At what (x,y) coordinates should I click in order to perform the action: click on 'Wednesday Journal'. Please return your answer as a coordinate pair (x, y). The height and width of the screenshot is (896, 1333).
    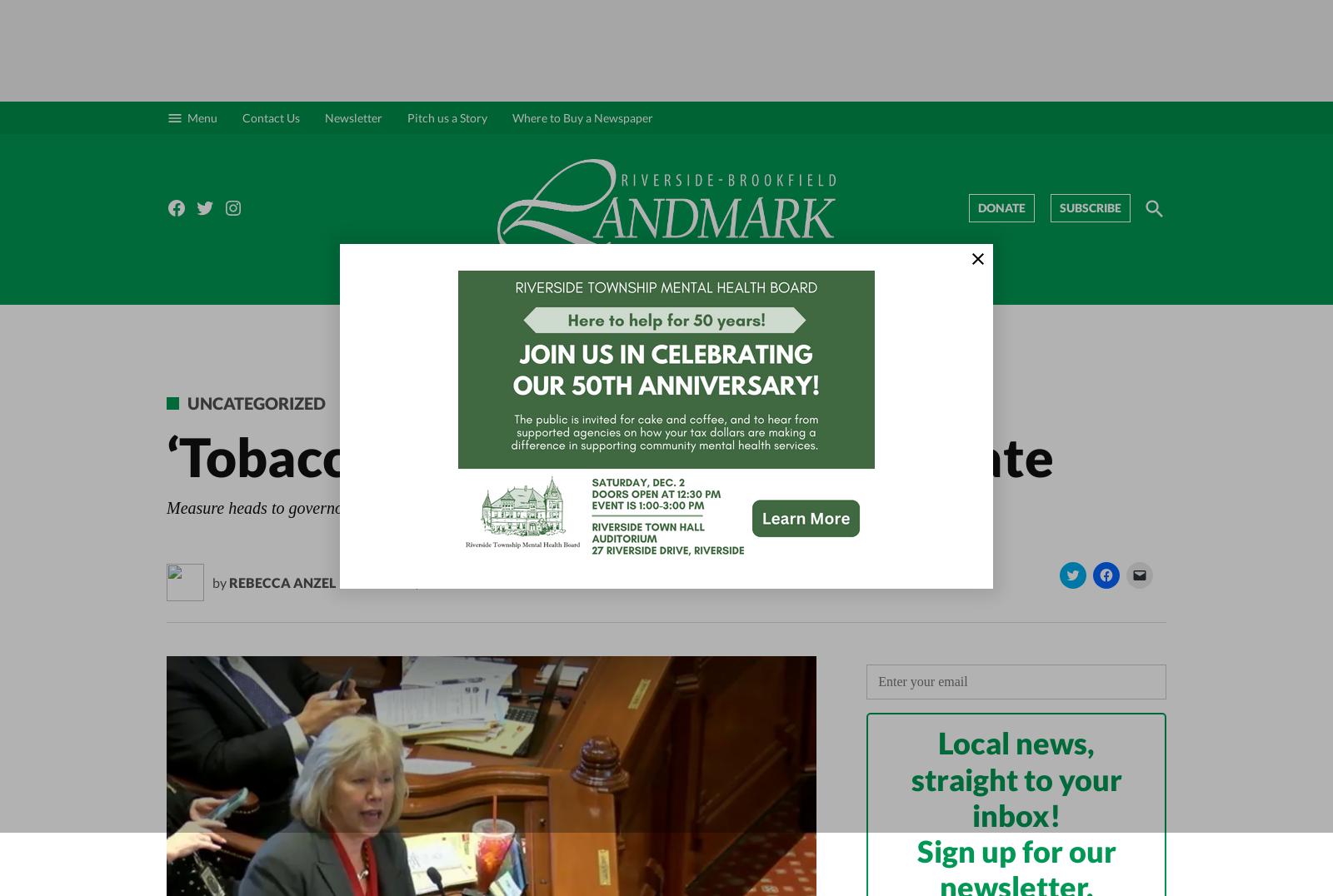
    Looking at the image, I should click on (922, 316).